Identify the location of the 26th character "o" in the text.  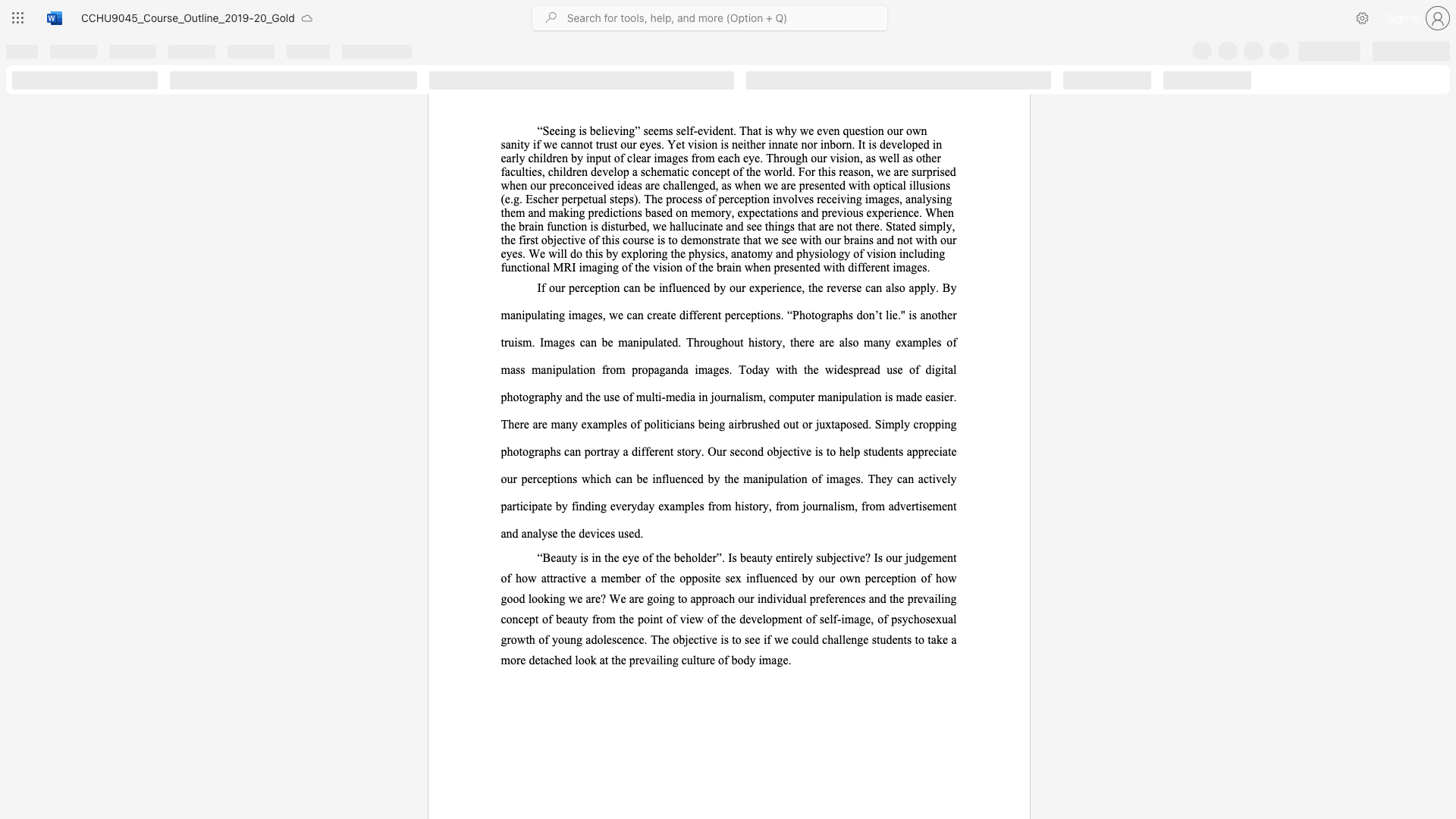
(673, 266).